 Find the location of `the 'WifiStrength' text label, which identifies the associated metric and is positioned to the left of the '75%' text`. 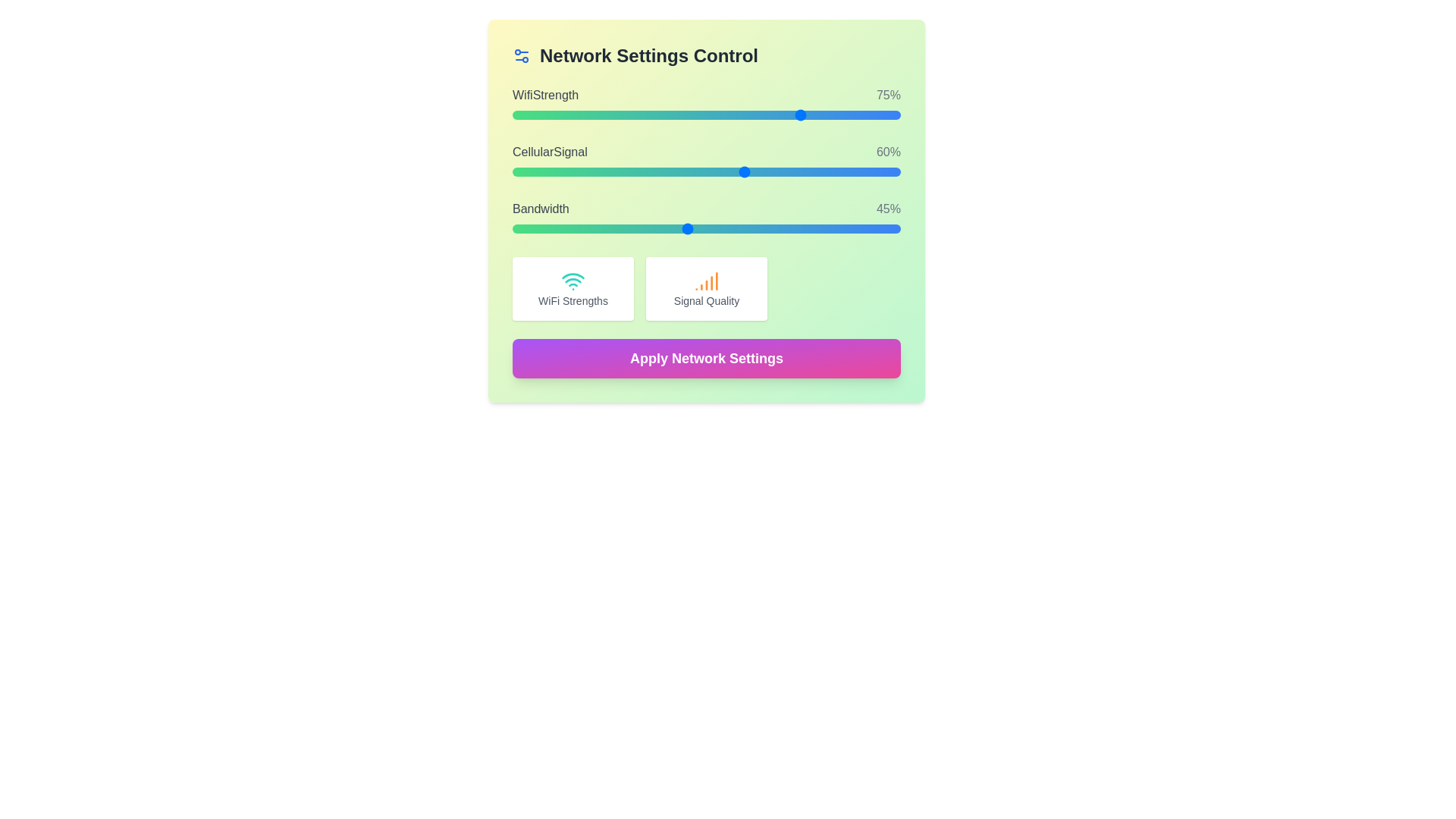

the 'WifiStrength' text label, which identifies the associated metric and is positioned to the left of the '75%' text is located at coordinates (545, 96).